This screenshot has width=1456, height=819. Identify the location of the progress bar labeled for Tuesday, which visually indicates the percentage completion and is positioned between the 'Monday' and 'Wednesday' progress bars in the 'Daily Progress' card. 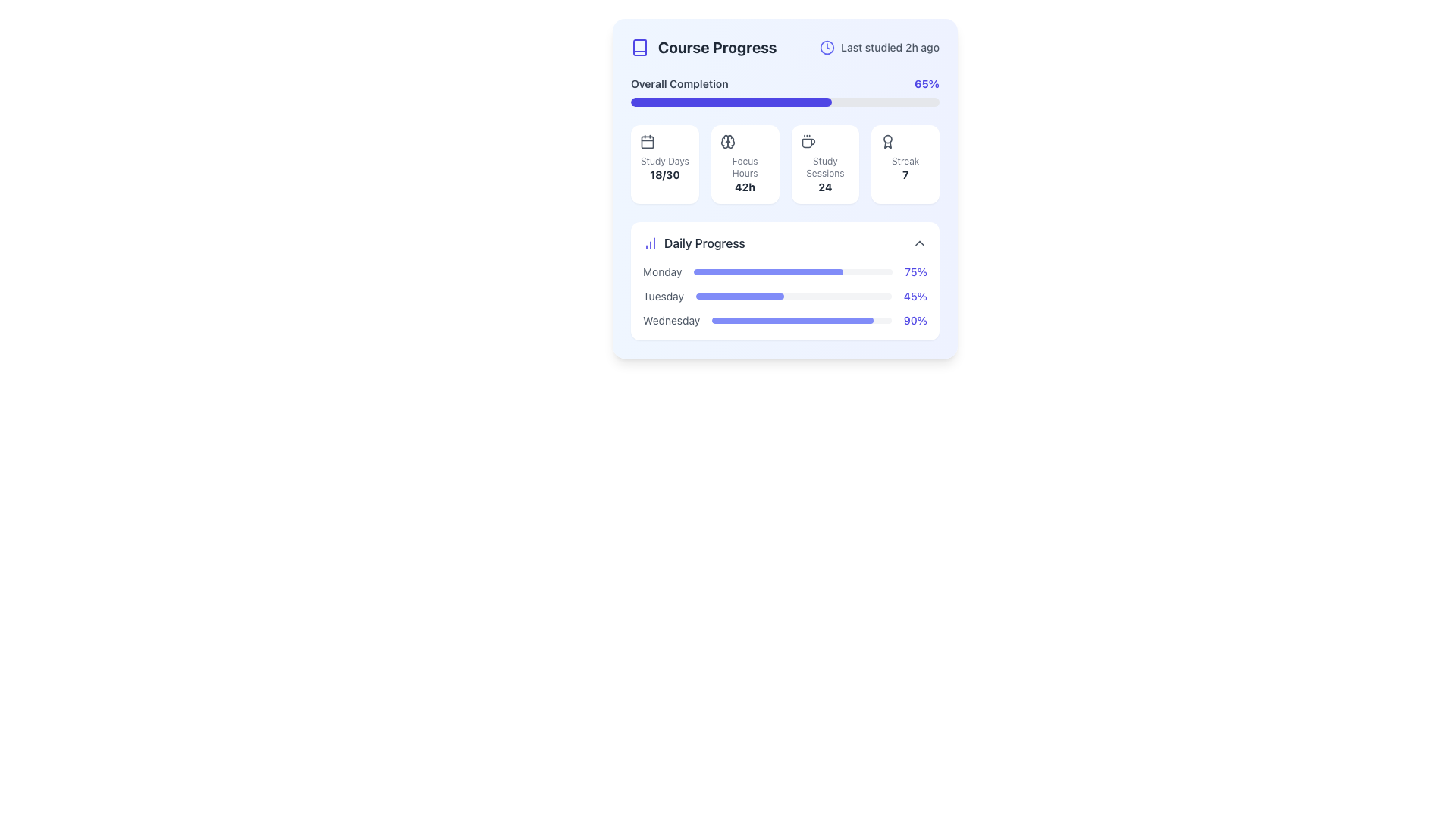
(785, 296).